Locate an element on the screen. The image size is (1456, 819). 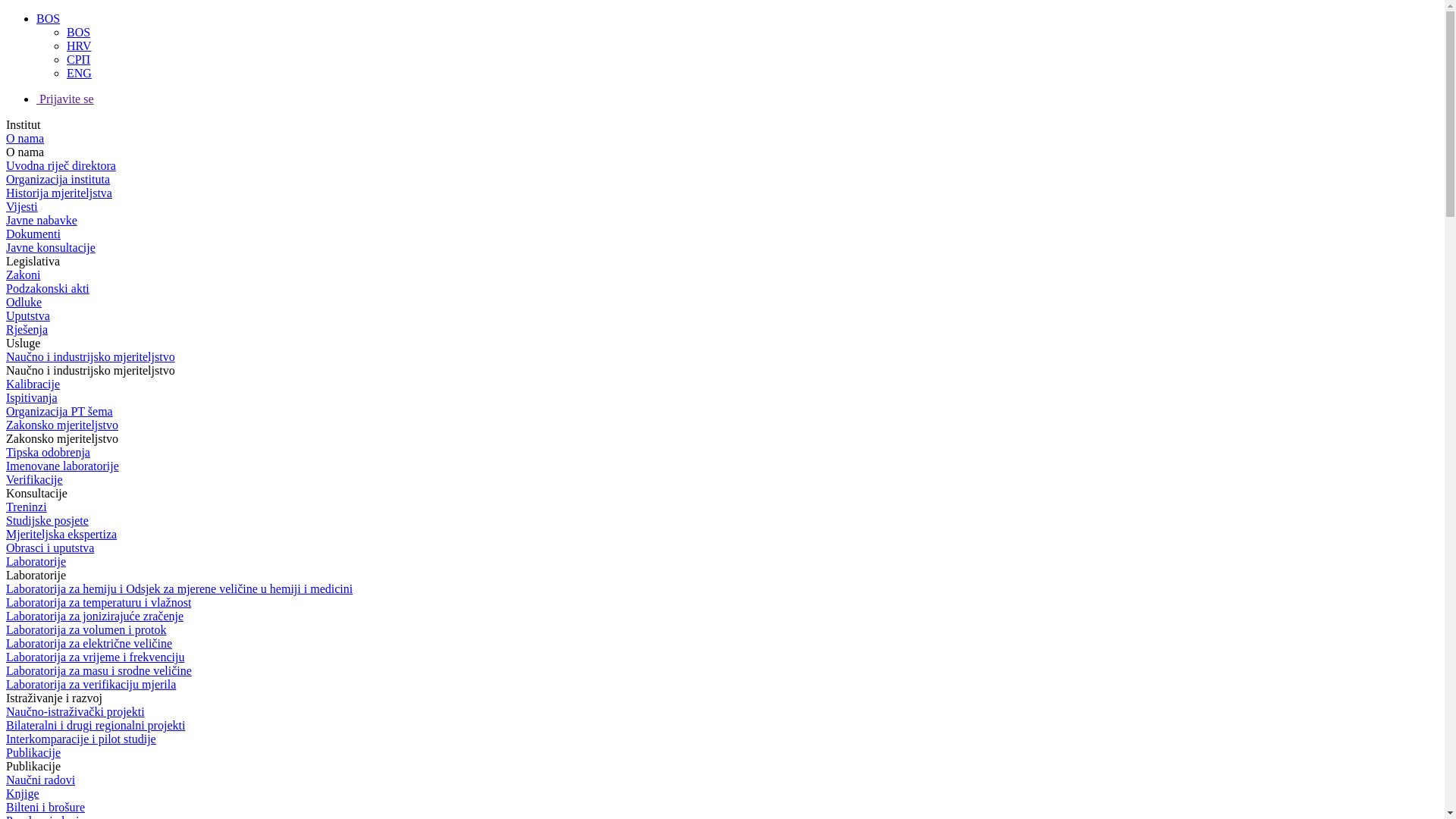
'Publikacije' is located at coordinates (33, 752).